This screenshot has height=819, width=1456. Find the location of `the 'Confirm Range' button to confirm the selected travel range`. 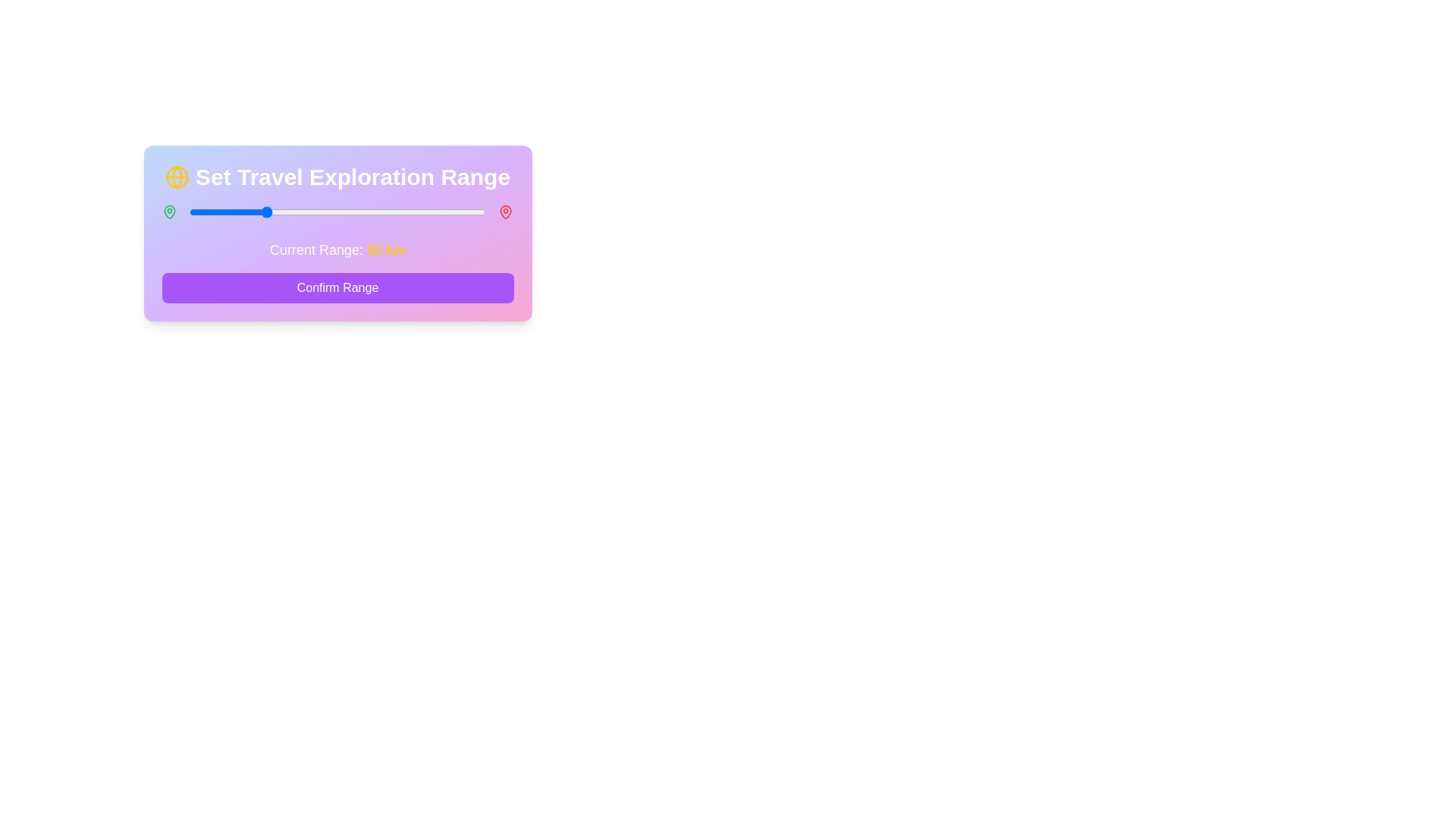

the 'Confirm Range' button to confirm the selected travel range is located at coordinates (337, 288).